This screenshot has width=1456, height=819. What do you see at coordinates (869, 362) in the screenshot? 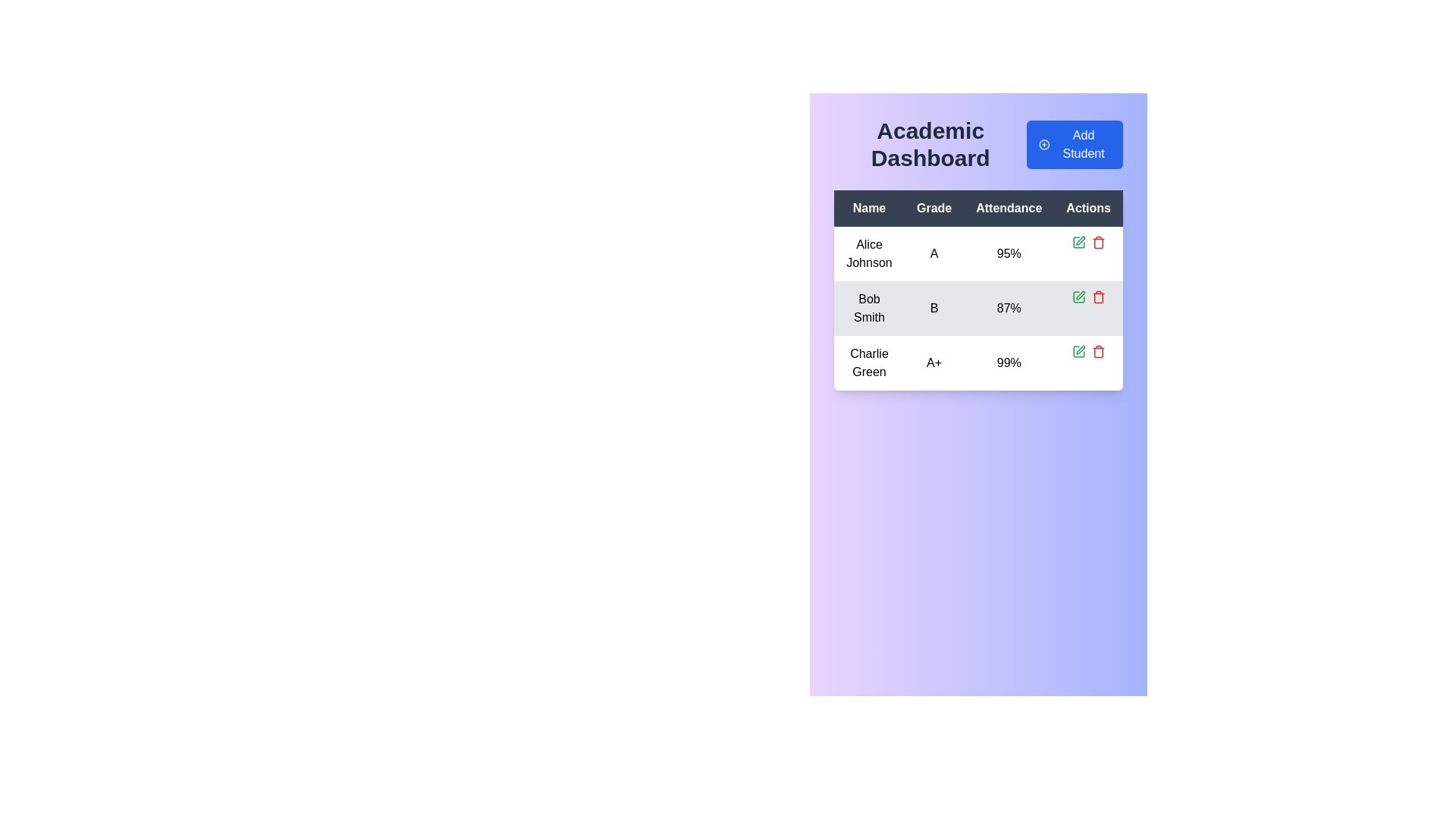
I see `the text label representing the name of the student located in the last row of the academic dashboard table under the 'Name' column` at bounding box center [869, 362].